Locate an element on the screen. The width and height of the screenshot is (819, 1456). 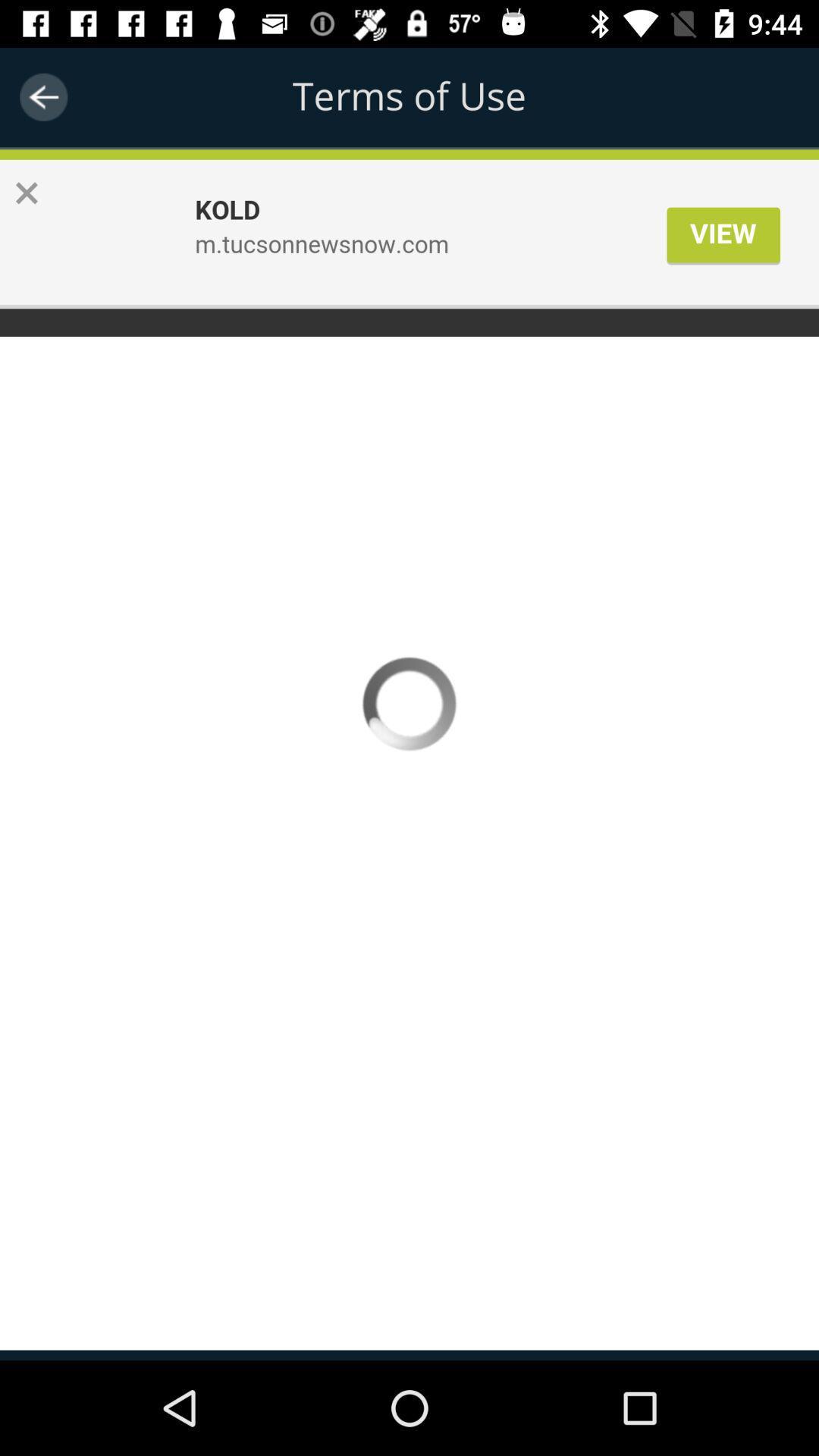
the arrow_backward icon is located at coordinates (42, 96).